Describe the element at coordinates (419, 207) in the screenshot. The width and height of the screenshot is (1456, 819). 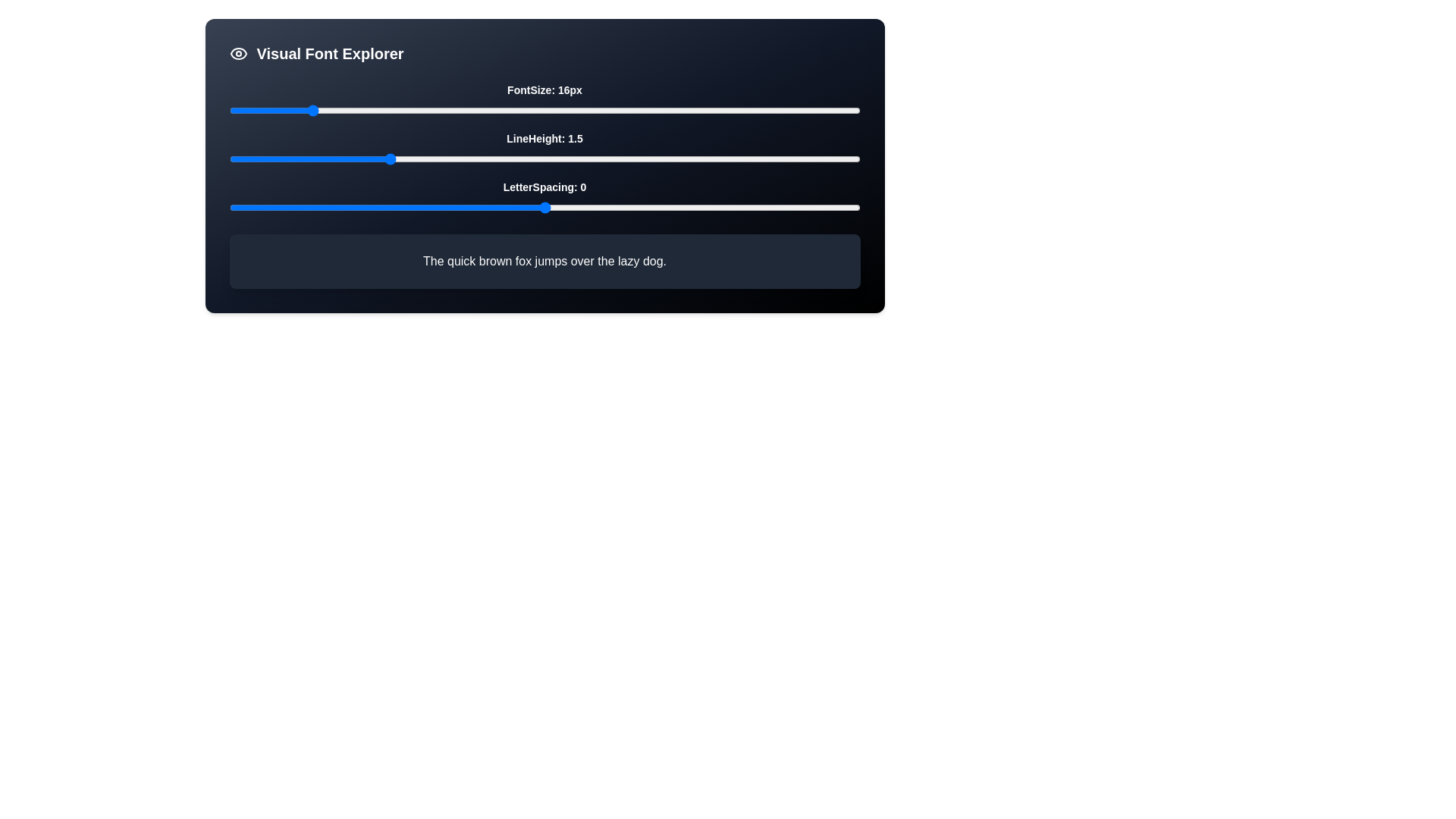
I see `the letter spacing slider to -2 value` at that location.